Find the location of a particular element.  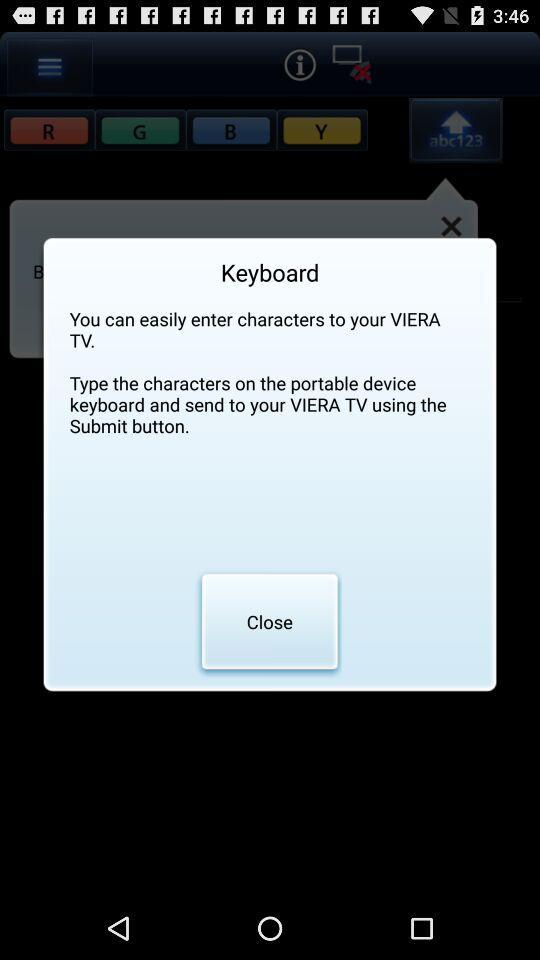

the menu icon is located at coordinates (50, 71).